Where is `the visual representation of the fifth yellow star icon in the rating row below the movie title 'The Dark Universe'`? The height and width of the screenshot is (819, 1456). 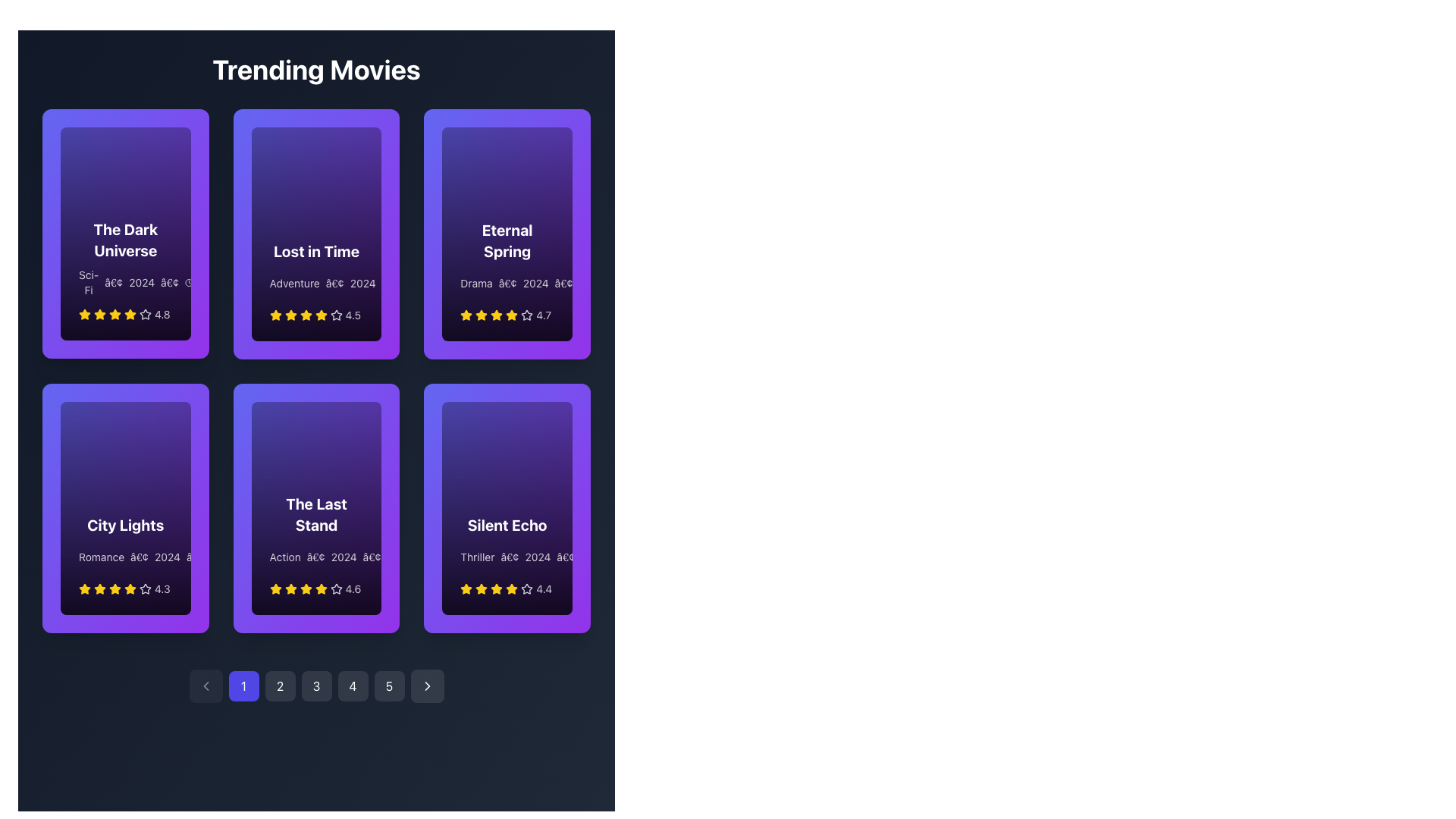
the visual representation of the fifth yellow star icon in the rating row below the movie title 'The Dark Universe' is located at coordinates (115, 314).